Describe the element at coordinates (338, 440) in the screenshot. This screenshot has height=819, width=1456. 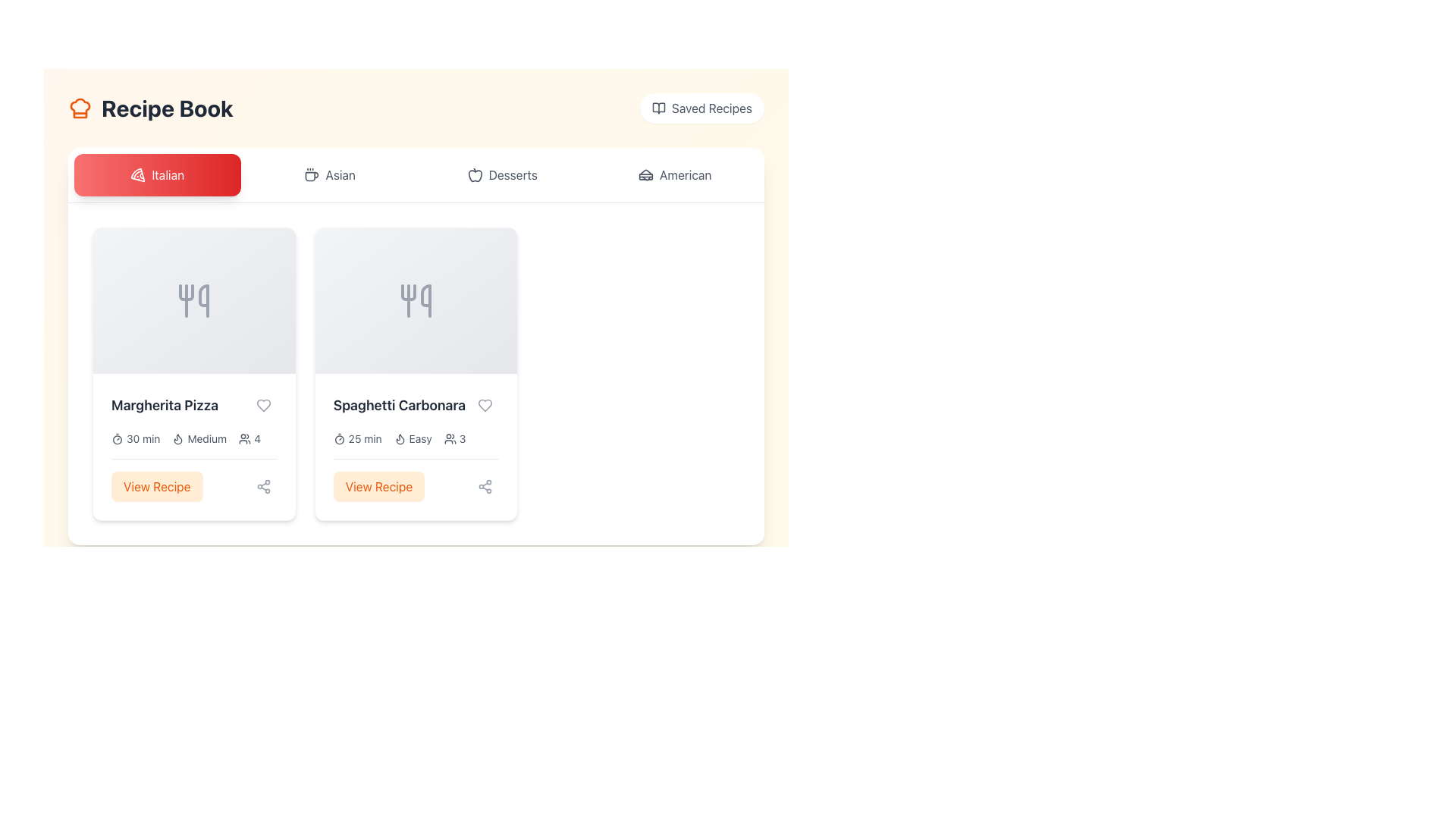
I see `the central circular part of the timer icon, which is a decorative SVG element located near the top of the interface` at that location.